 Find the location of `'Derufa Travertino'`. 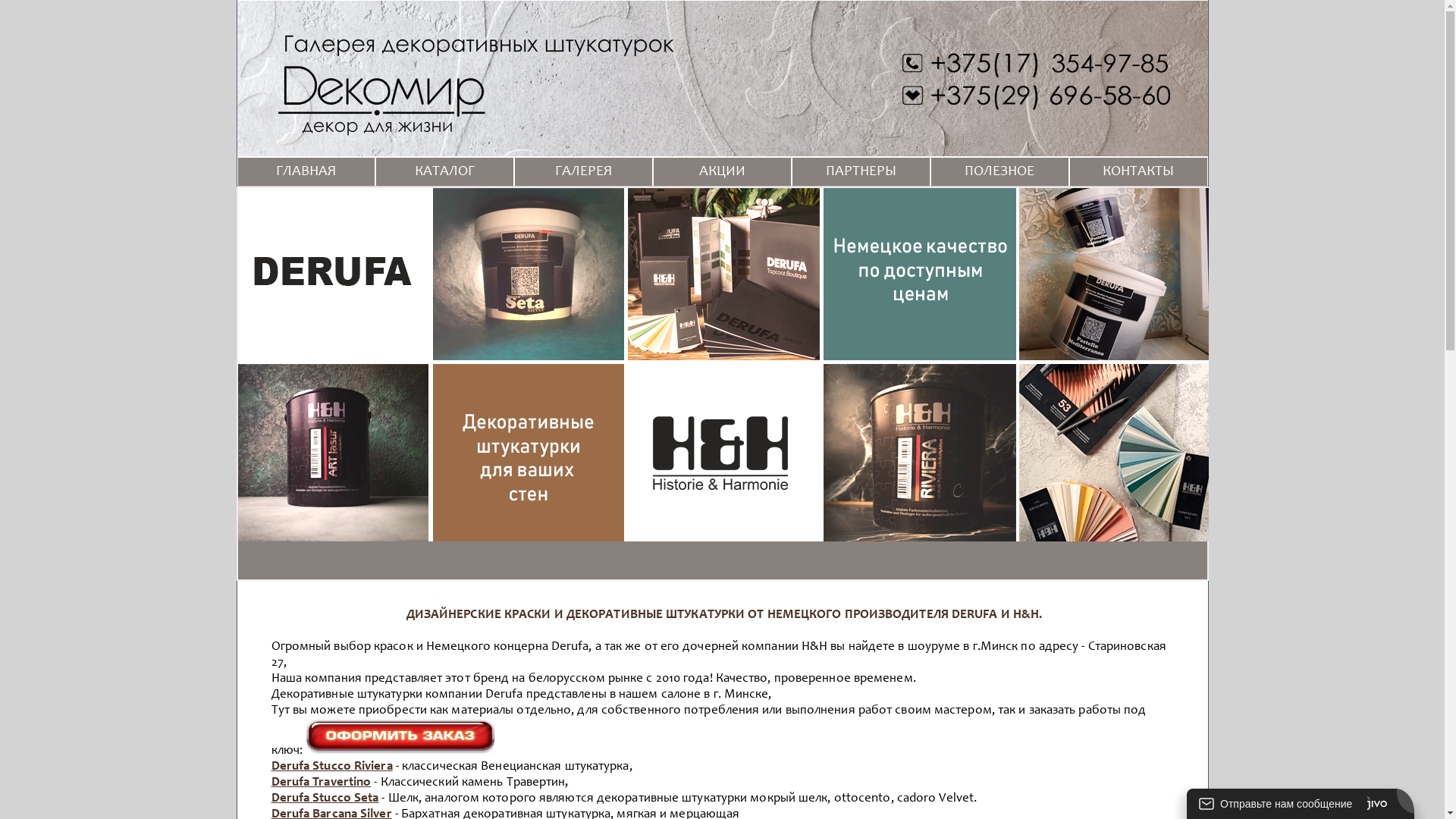

'Derufa Travertino' is located at coordinates (320, 783).